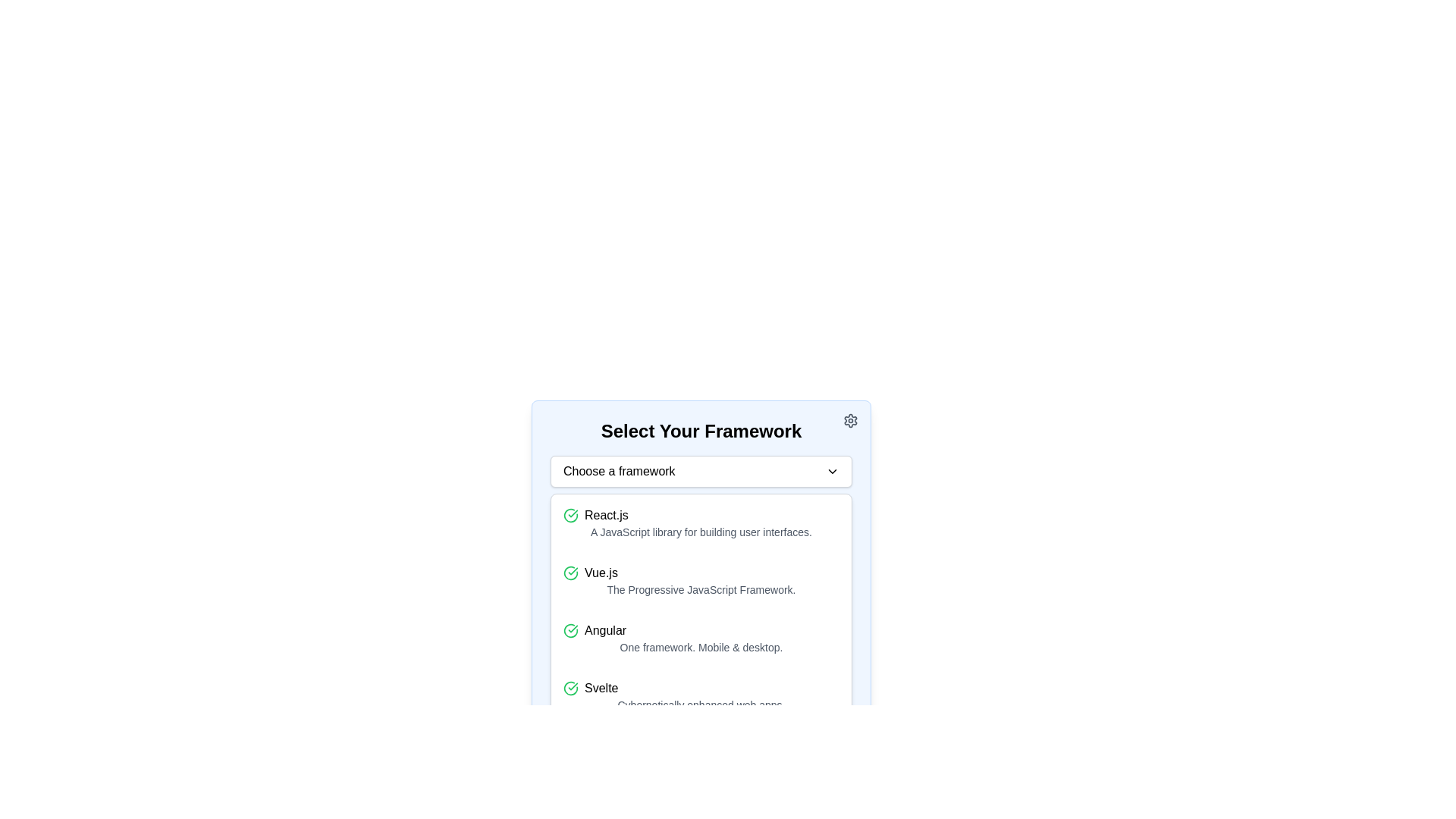 Image resolution: width=1456 pixels, height=819 pixels. Describe the element at coordinates (701, 704) in the screenshot. I see `the descriptive tagline text for the 'Svelte' framework, located within the card-like UI component below the label 'Svelte'` at that location.